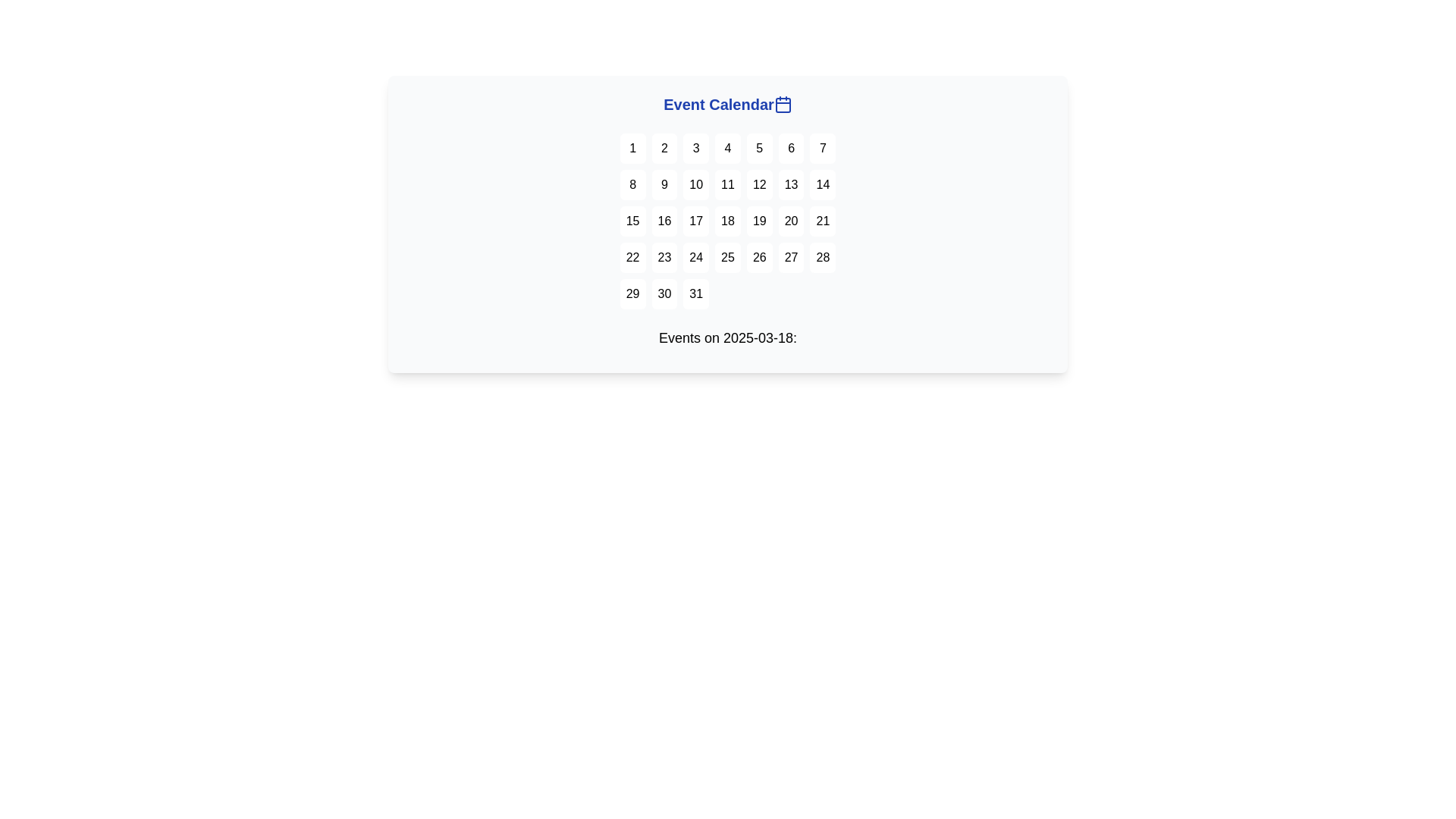  I want to click on the button representing the 27th day in the calendar interface, so click(790, 256).